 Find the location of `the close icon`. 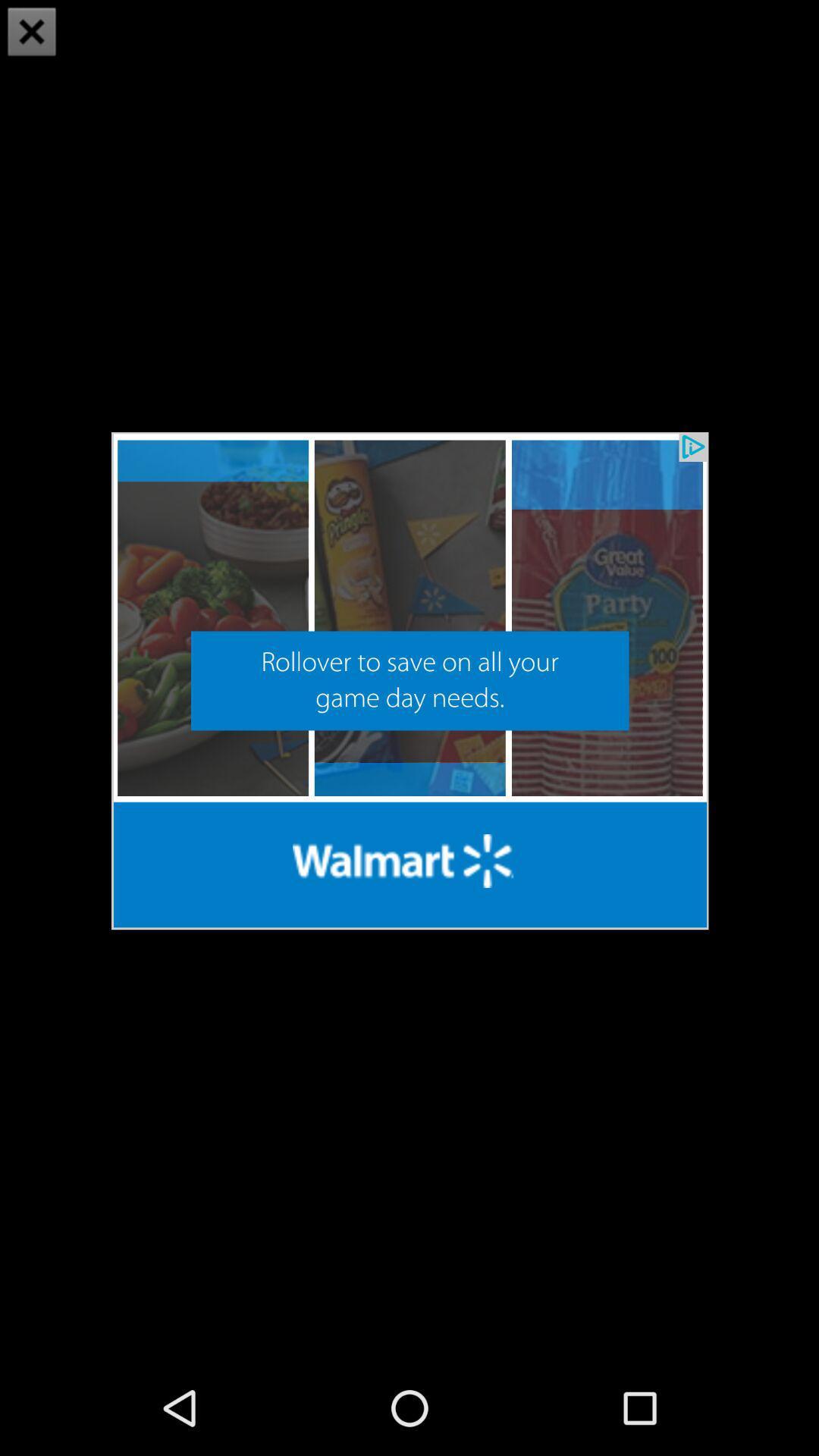

the close icon is located at coordinates (32, 33).